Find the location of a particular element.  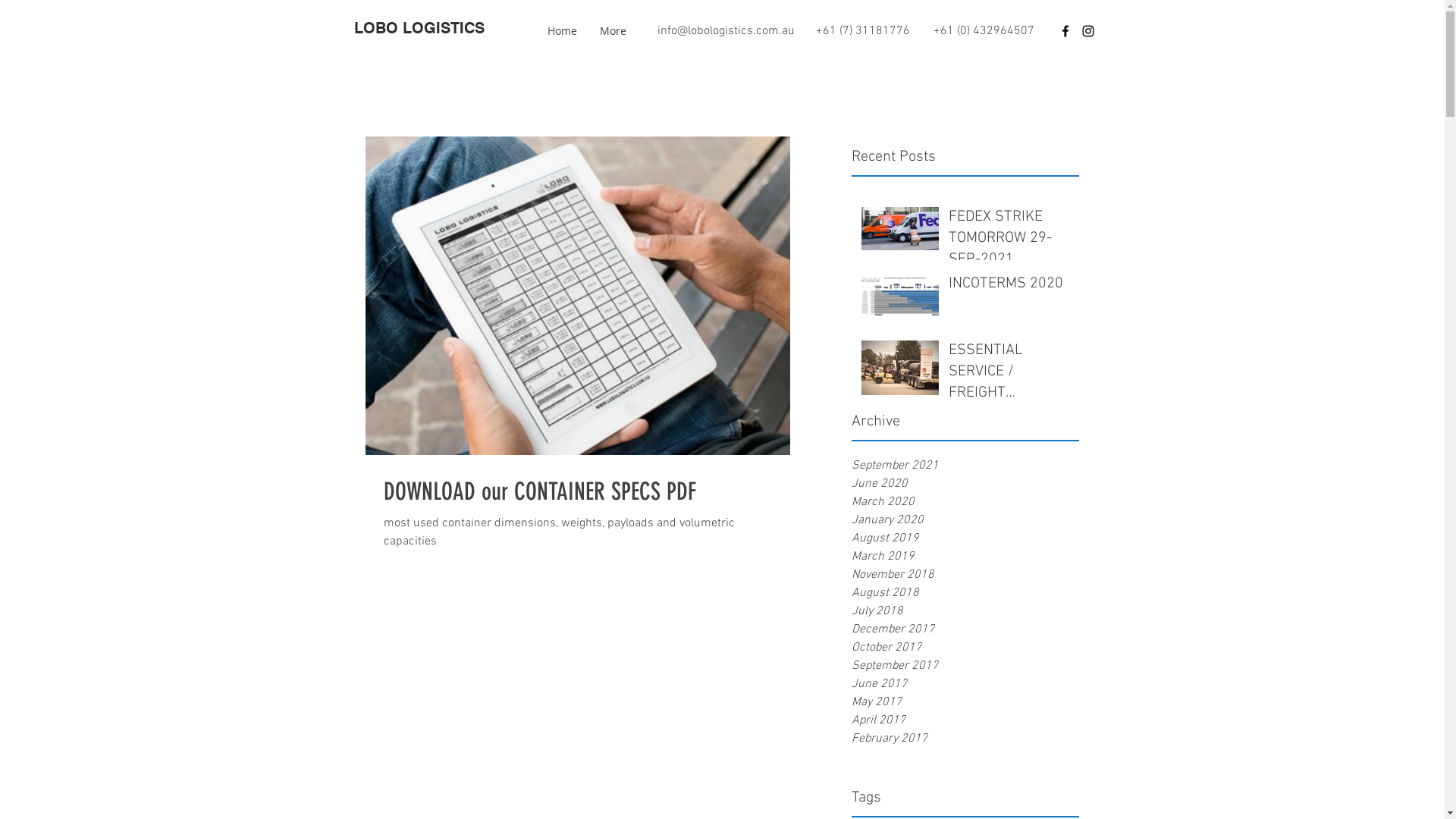

'DOWNLOAD our CONTAINER SPECS PDF' is located at coordinates (577, 491).